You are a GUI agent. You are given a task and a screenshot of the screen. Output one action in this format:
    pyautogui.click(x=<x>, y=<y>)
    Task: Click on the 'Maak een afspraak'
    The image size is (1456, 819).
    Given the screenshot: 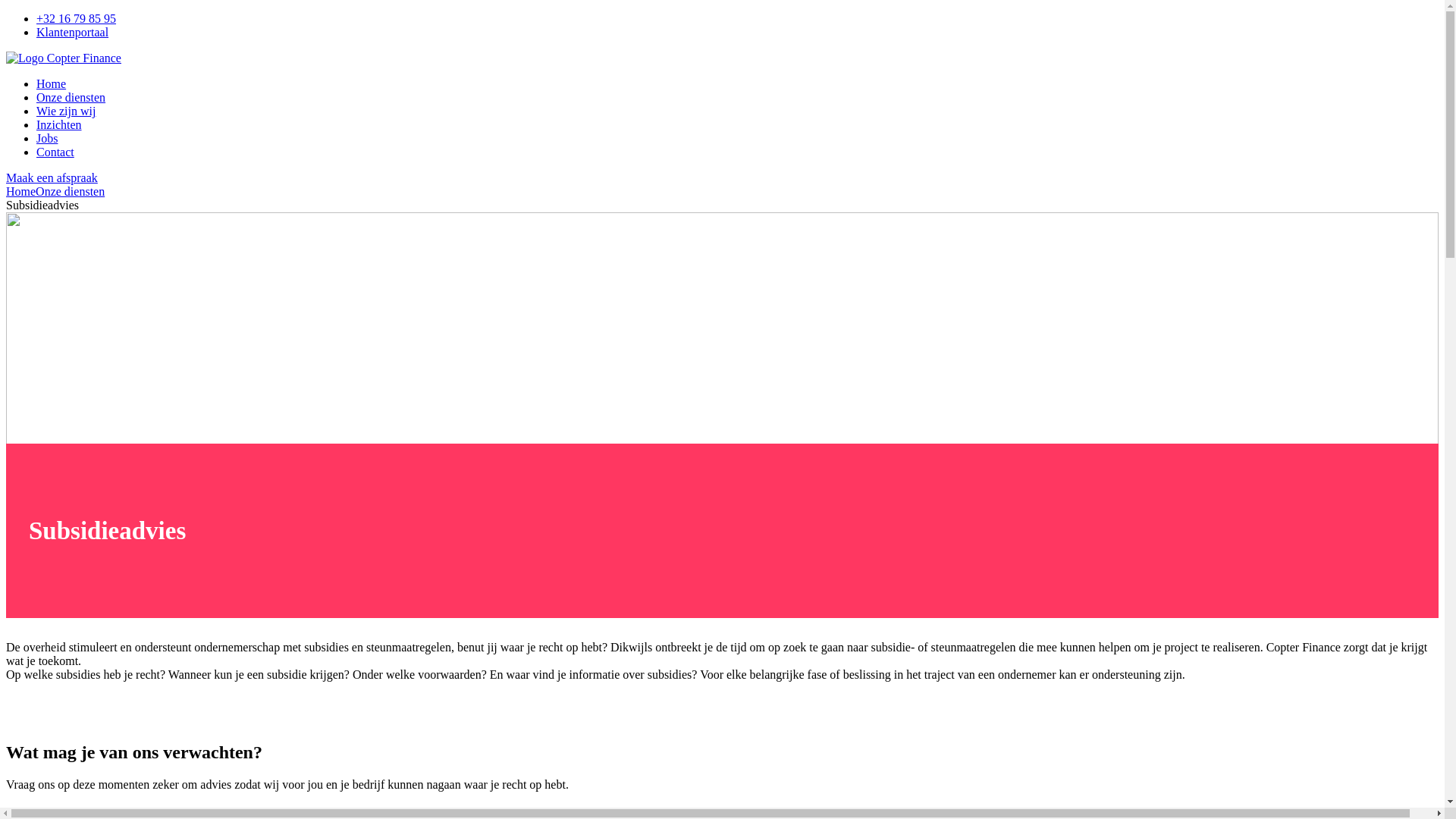 What is the action you would take?
    pyautogui.click(x=52, y=177)
    